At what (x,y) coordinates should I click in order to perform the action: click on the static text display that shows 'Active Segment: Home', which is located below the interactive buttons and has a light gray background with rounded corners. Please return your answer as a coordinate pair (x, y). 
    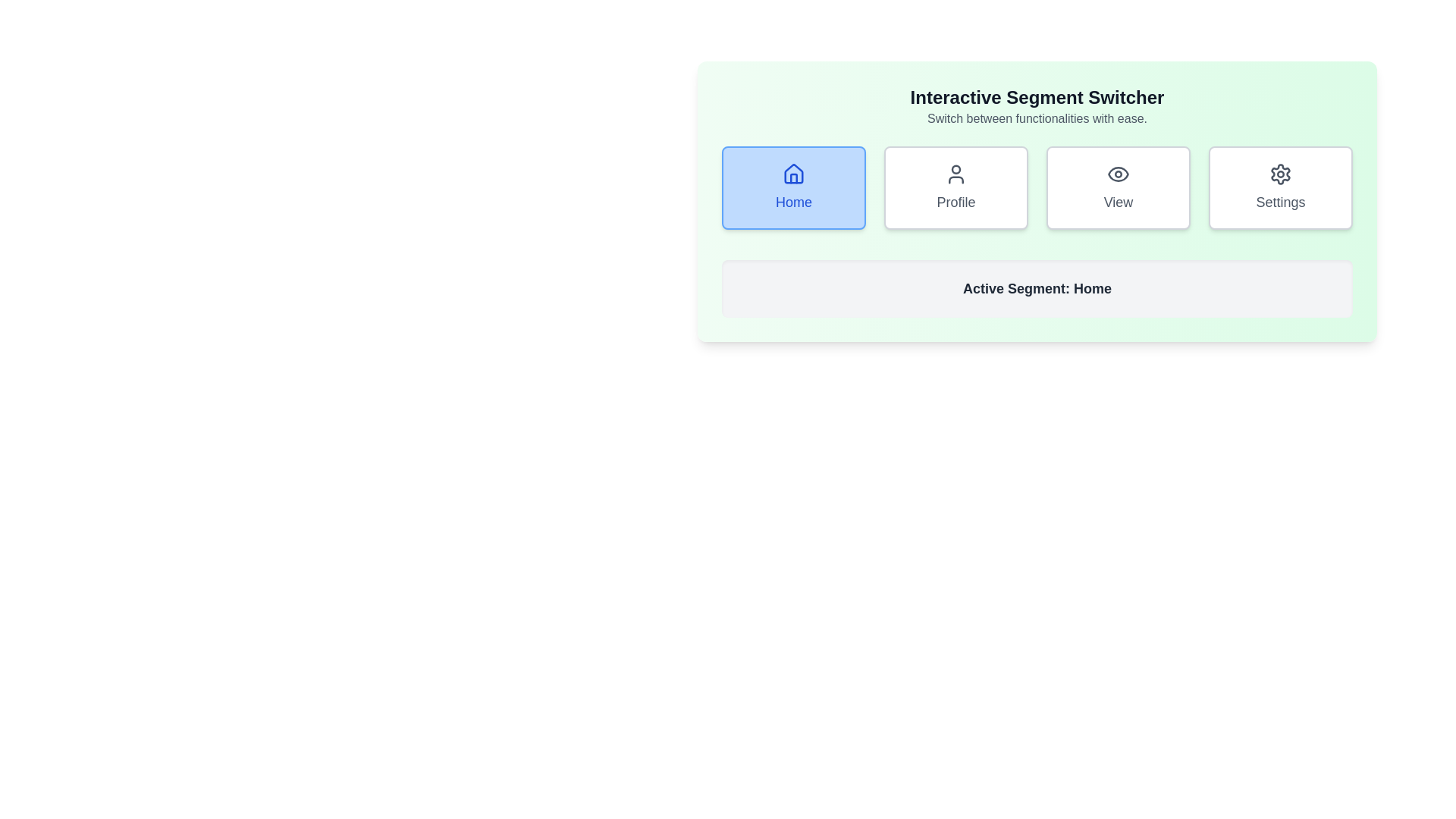
    Looking at the image, I should click on (1037, 289).